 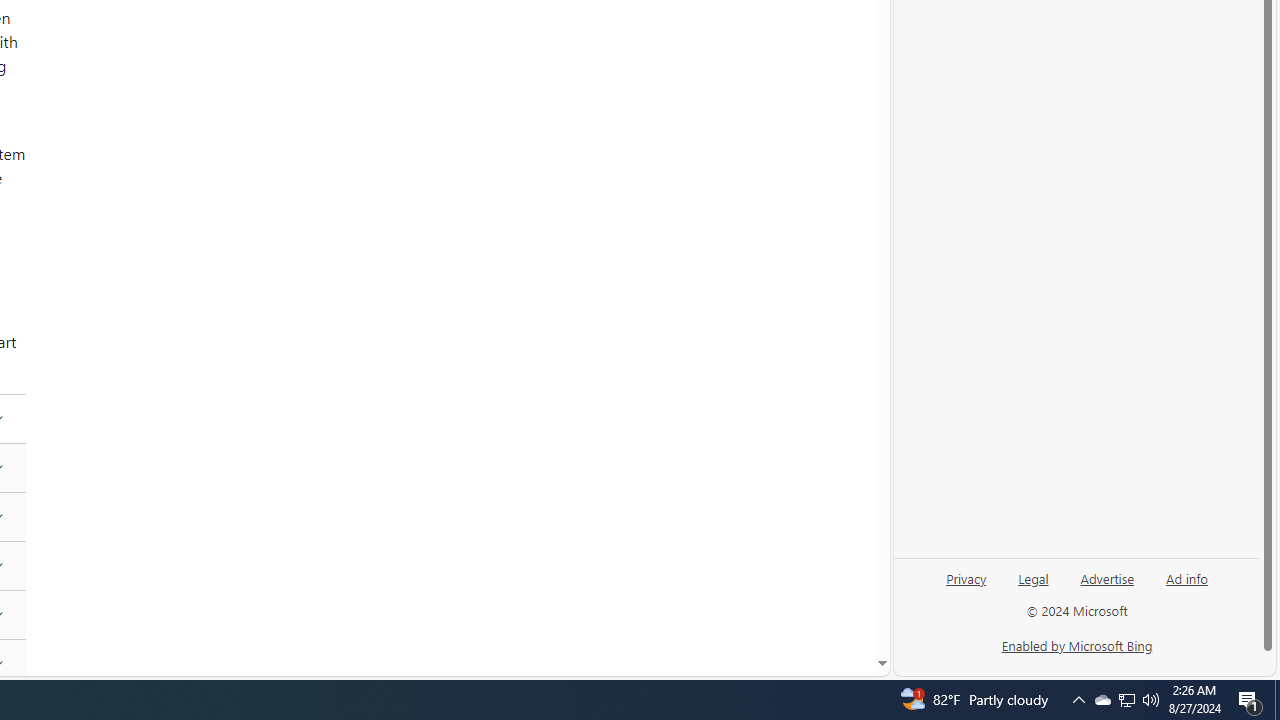 What do you see at coordinates (1033, 577) in the screenshot?
I see `'Legal'` at bounding box center [1033, 577].